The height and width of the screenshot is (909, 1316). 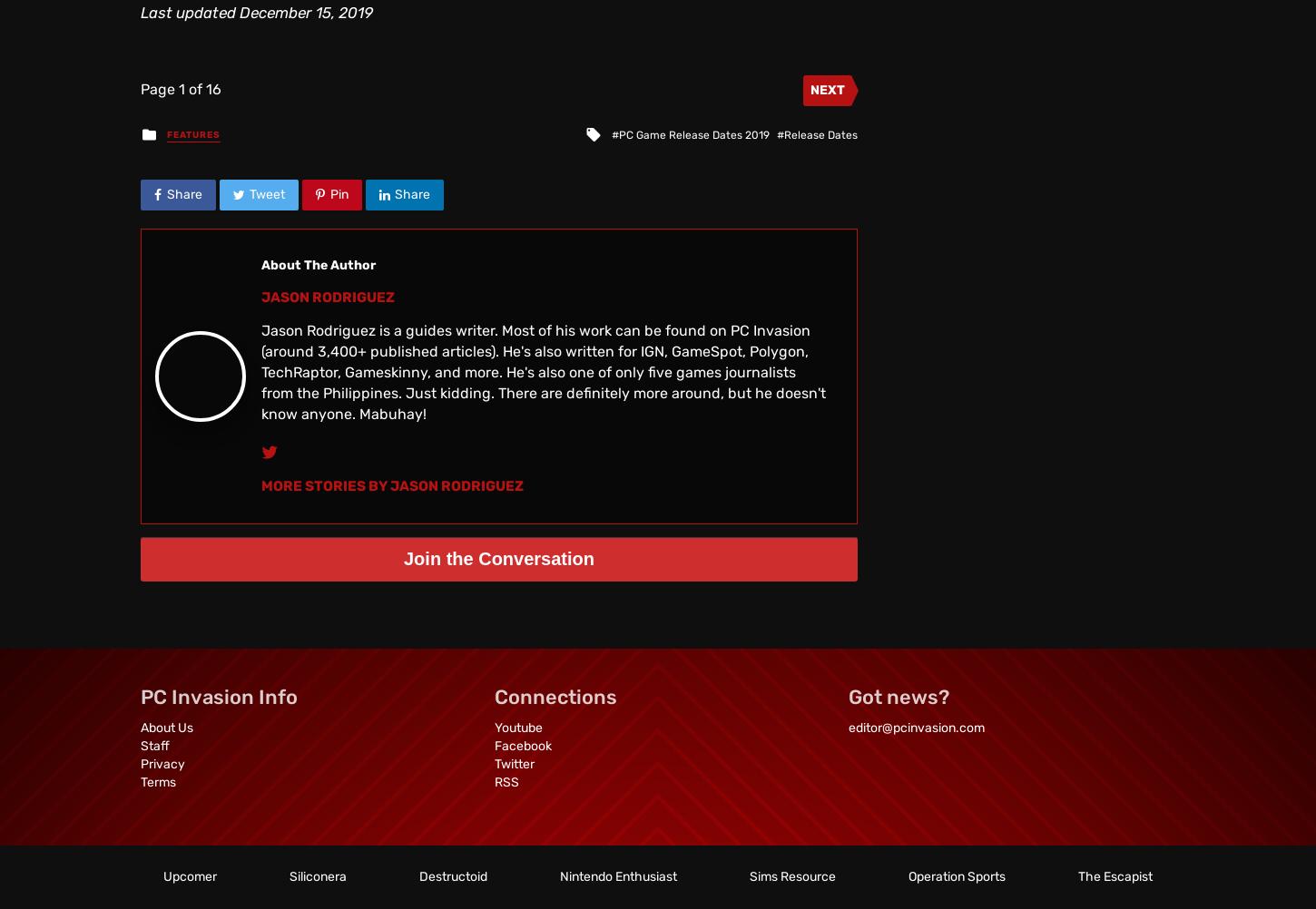 What do you see at coordinates (453, 875) in the screenshot?
I see `'Destructoid'` at bounding box center [453, 875].